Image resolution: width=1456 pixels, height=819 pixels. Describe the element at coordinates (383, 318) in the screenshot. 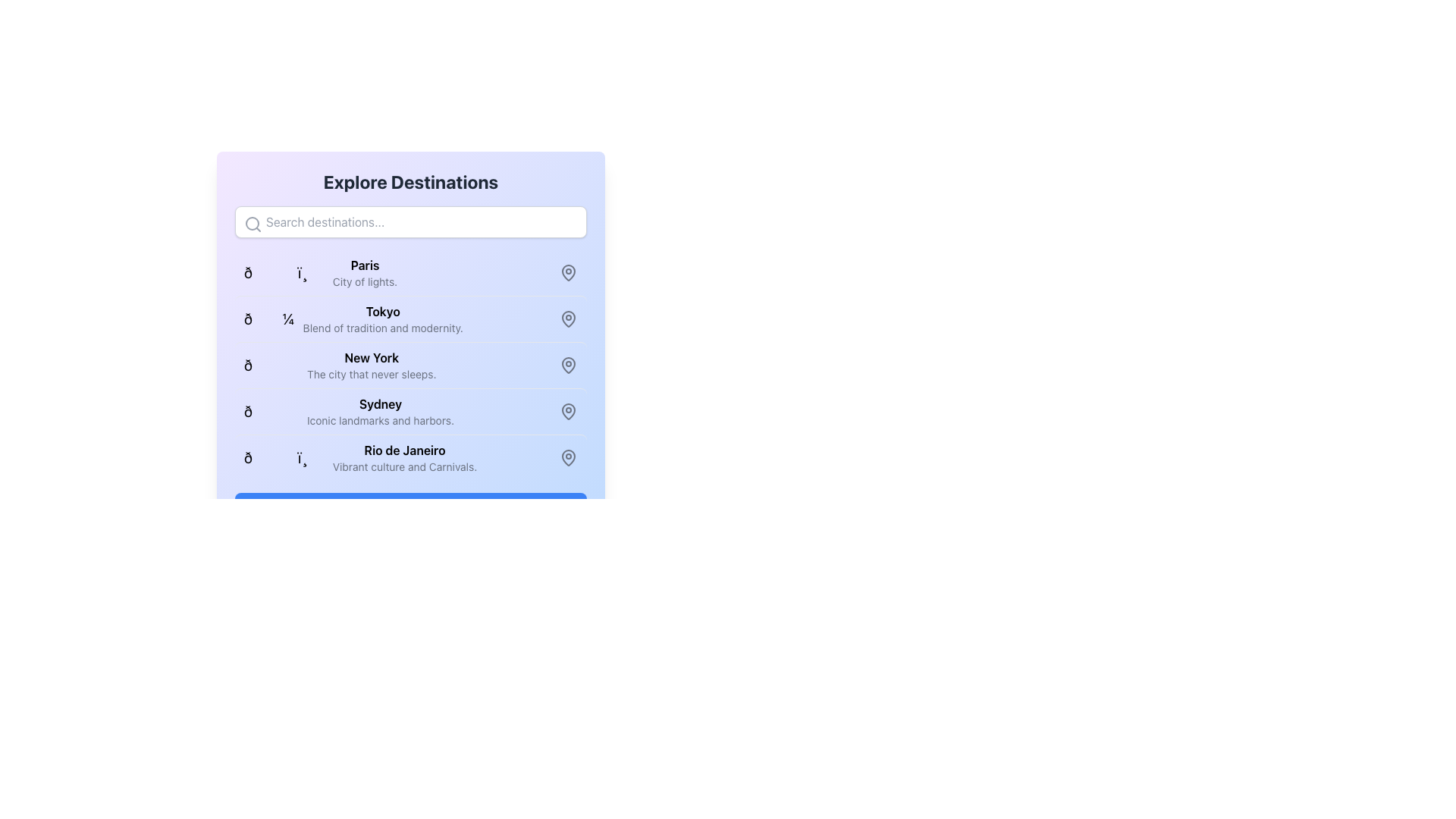

I see `text block containing 'Tokyo' in bold and 'Blend of tradition and modernity.' in smaller, gray-colored text, which is centered in a rectangular layout on the second row of the destinations list` at that location.